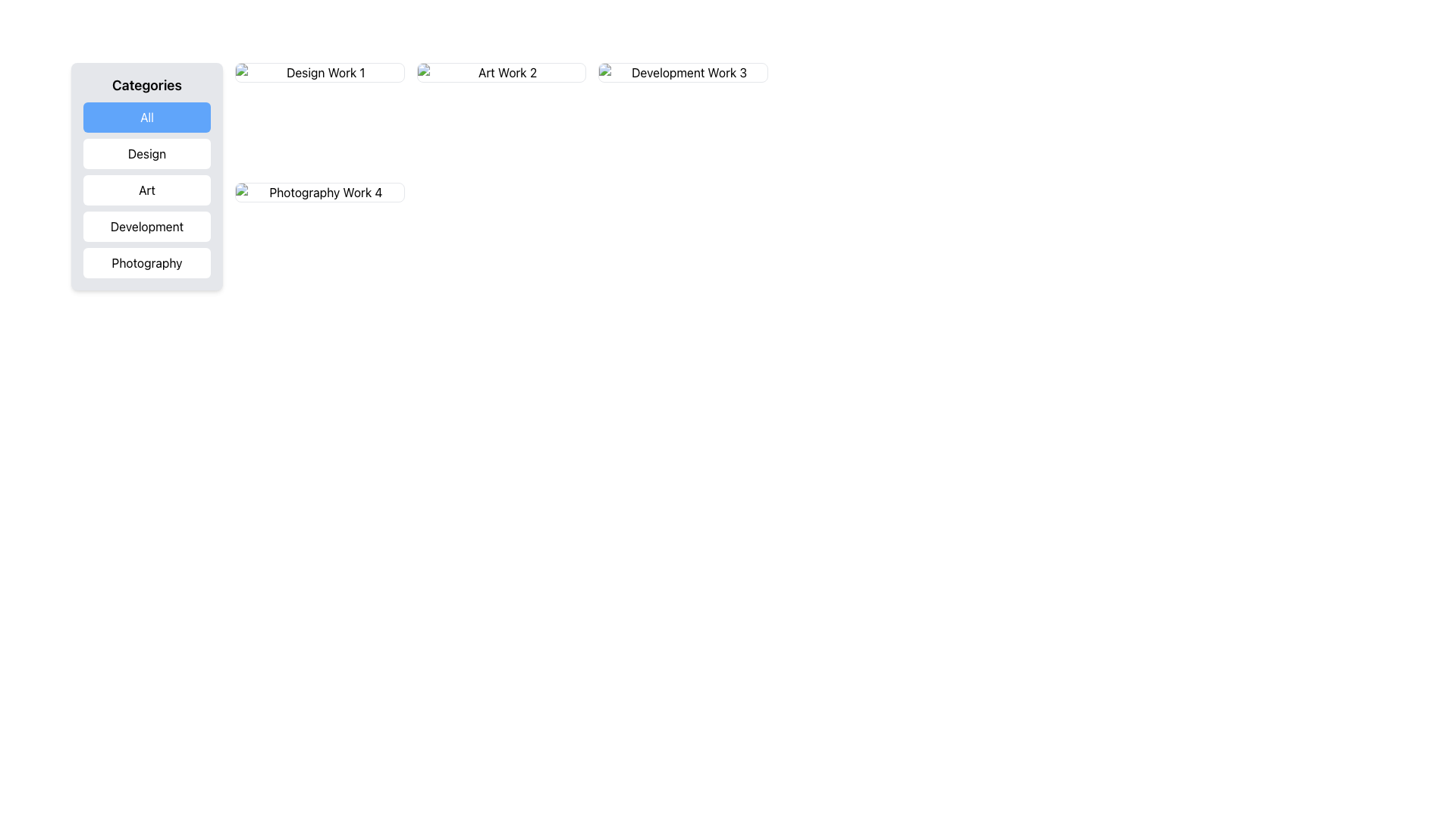 This screenshot has height=819, width=1456. I want to click on the non-interactive thumbnail representing 'Photography Work 4', which is located in the middle of the page below 'Design Work 1', 'Art Work 2', and 'Development Work 3', so click(318, 192).